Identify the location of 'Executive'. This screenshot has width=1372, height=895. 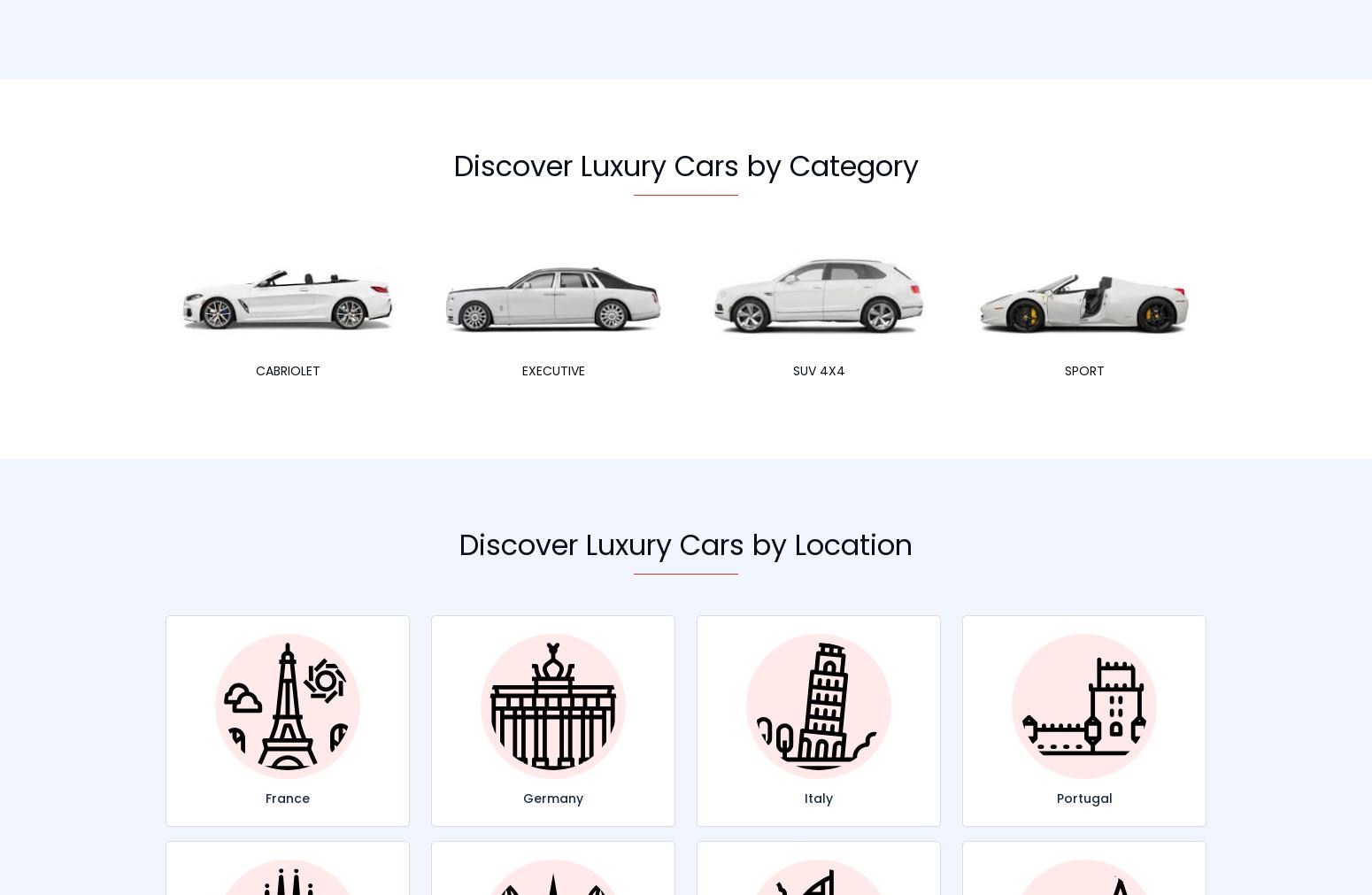
(521, 369).